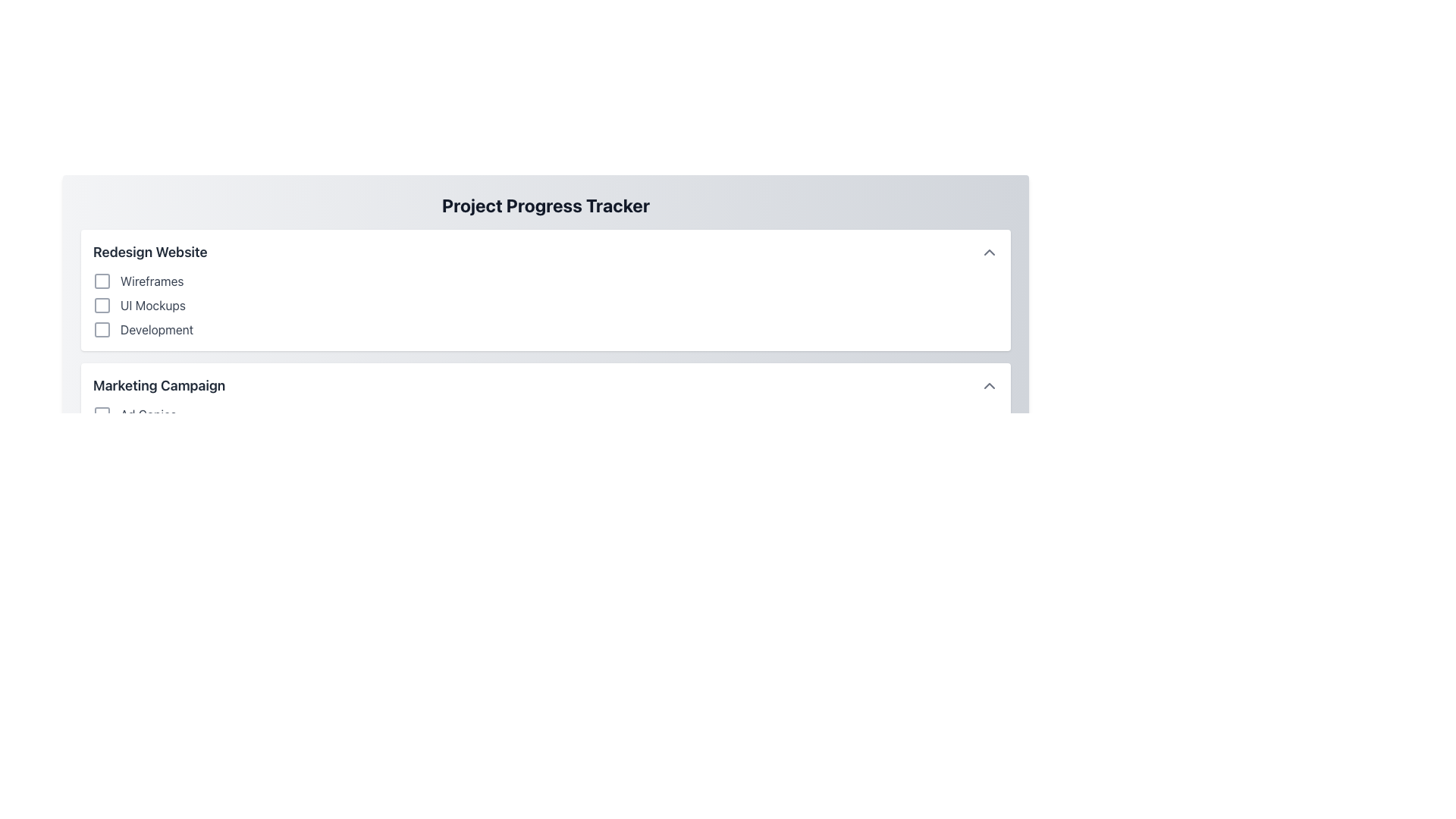 The image size is (1456, 819). Describe the element at coordinates (101, 329) in the screenshot. I see `the checkbox for the 'Development' task in the 'Redesign Website' section` at that location.